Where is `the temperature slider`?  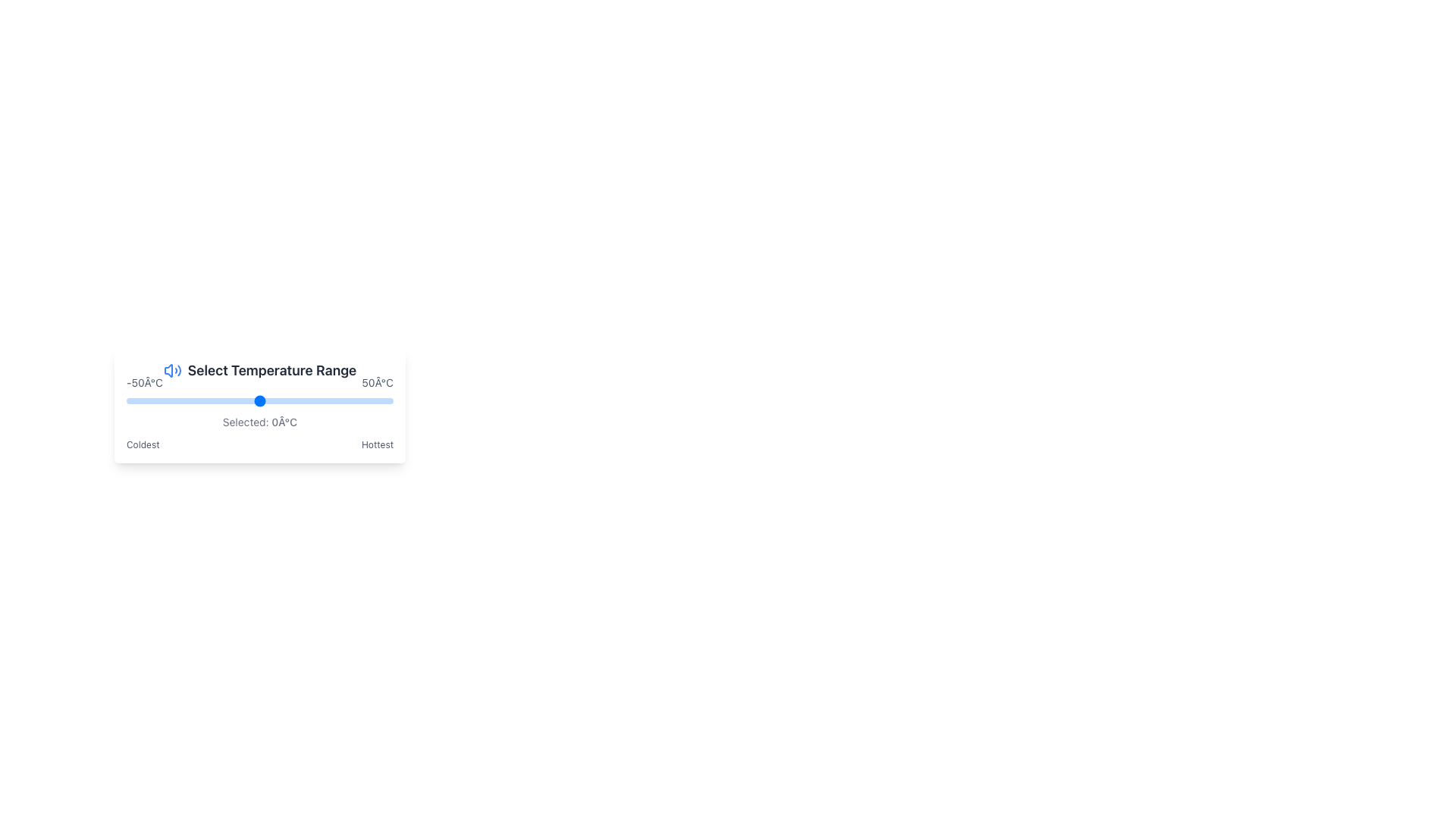
the temperature slider is located at coordinates (143, 400).